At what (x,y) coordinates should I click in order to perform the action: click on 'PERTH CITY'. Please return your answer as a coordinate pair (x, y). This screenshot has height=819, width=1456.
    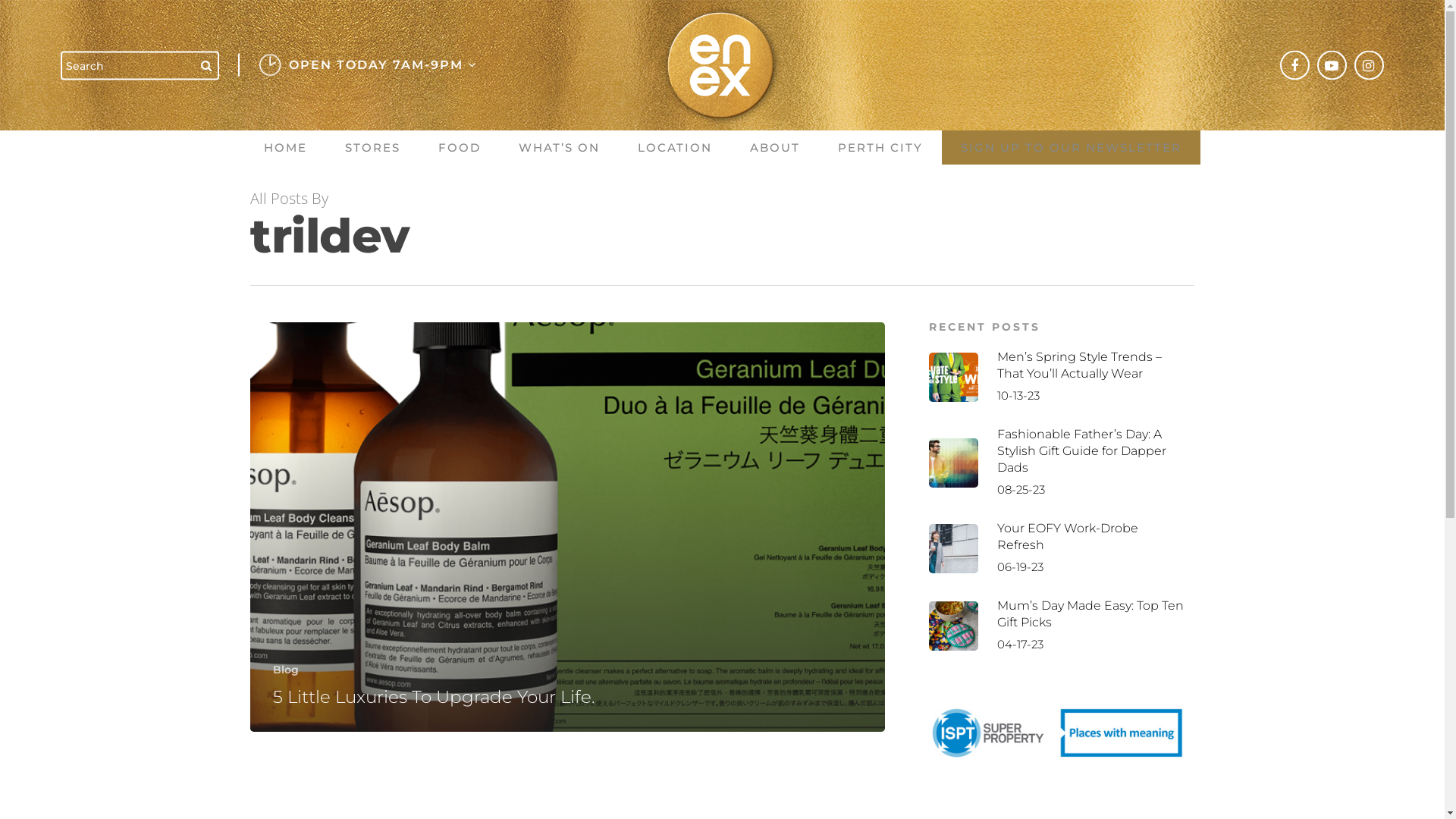
    Looking at the image, I should click on (880, 147).